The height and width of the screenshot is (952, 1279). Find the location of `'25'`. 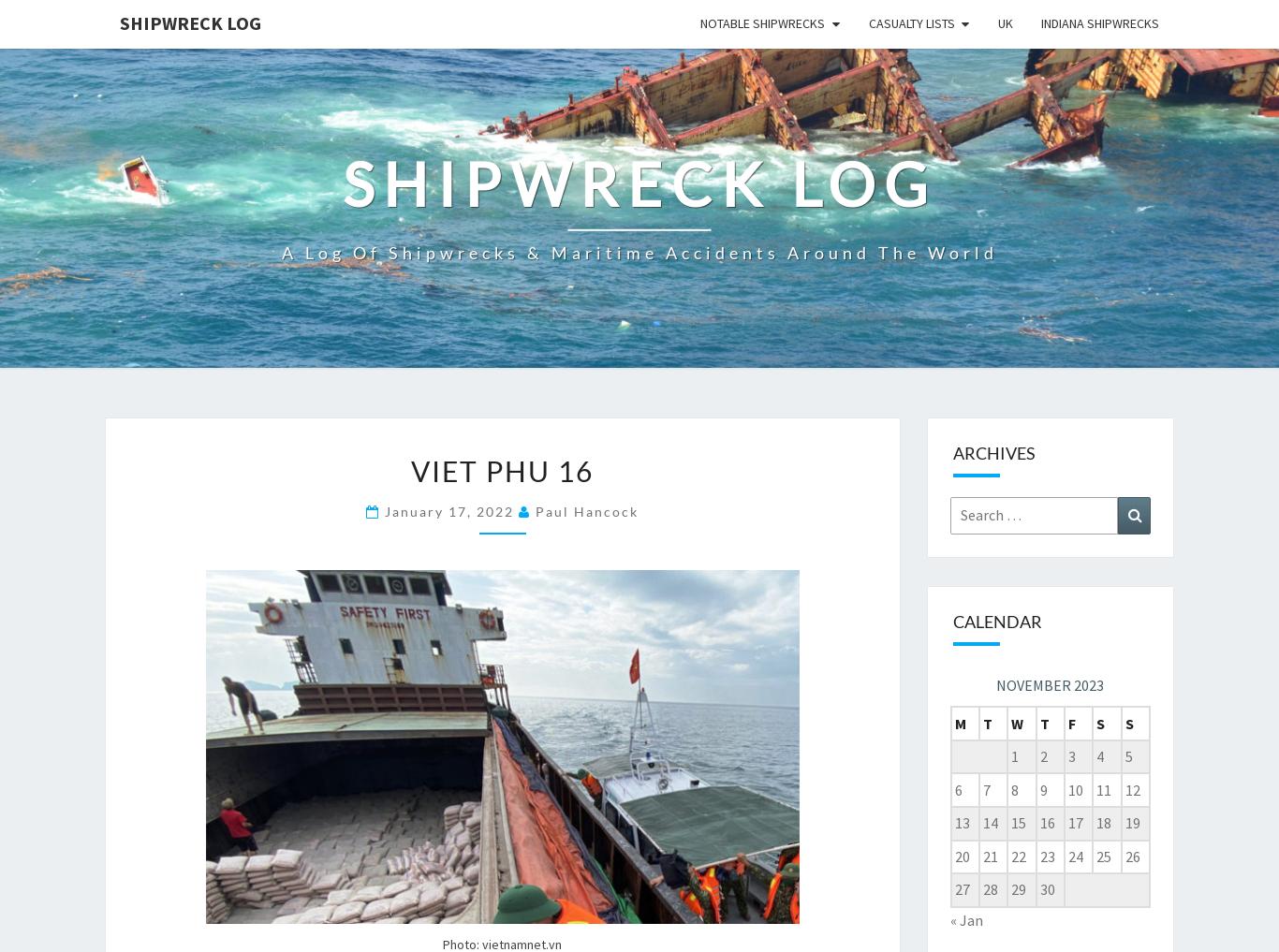

'25' is located at coordinates (1103, 854).